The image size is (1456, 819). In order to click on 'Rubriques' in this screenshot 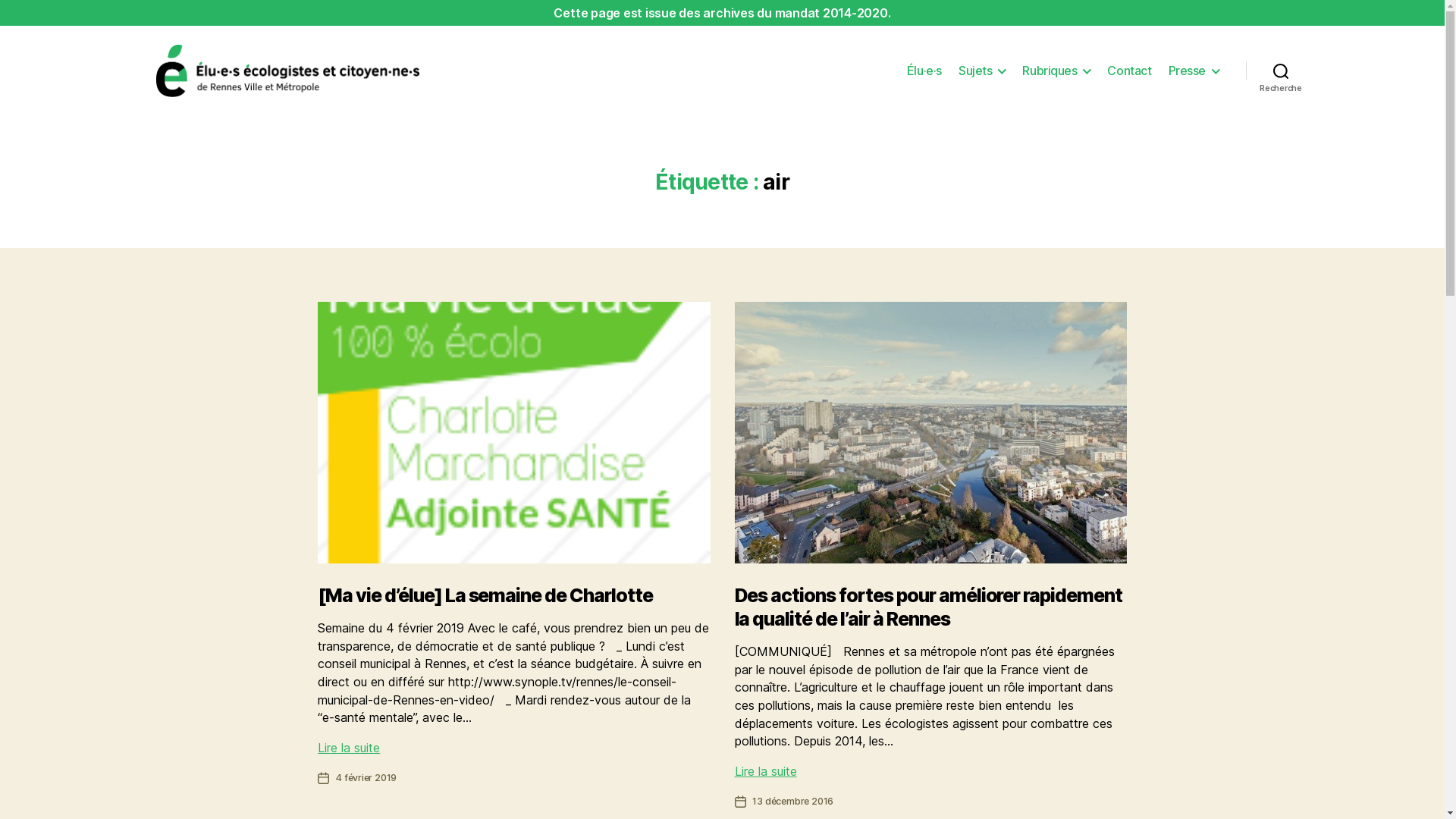, I will do `click(1022, 71)`.